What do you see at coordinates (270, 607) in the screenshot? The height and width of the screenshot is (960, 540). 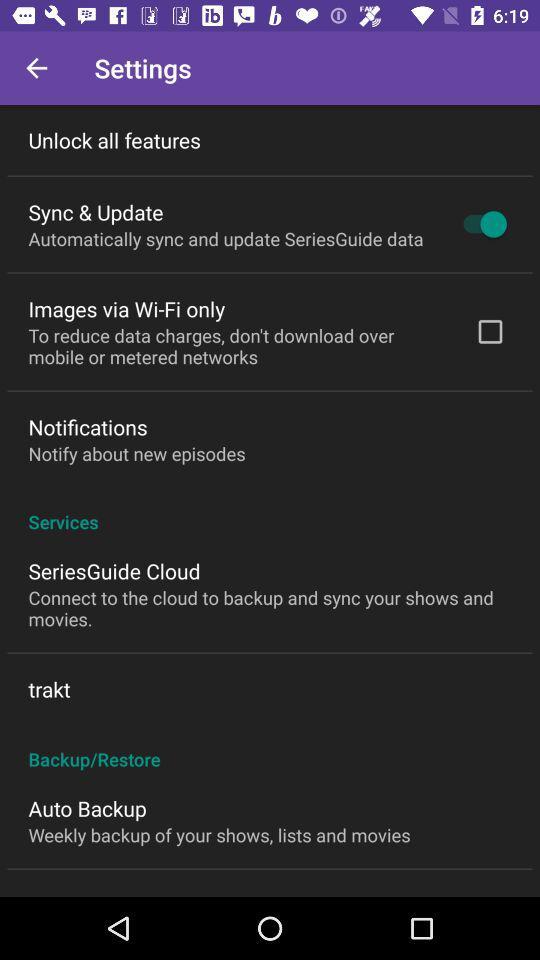 I see `the icon above the trakt icon` at bounding box center [270, 607].